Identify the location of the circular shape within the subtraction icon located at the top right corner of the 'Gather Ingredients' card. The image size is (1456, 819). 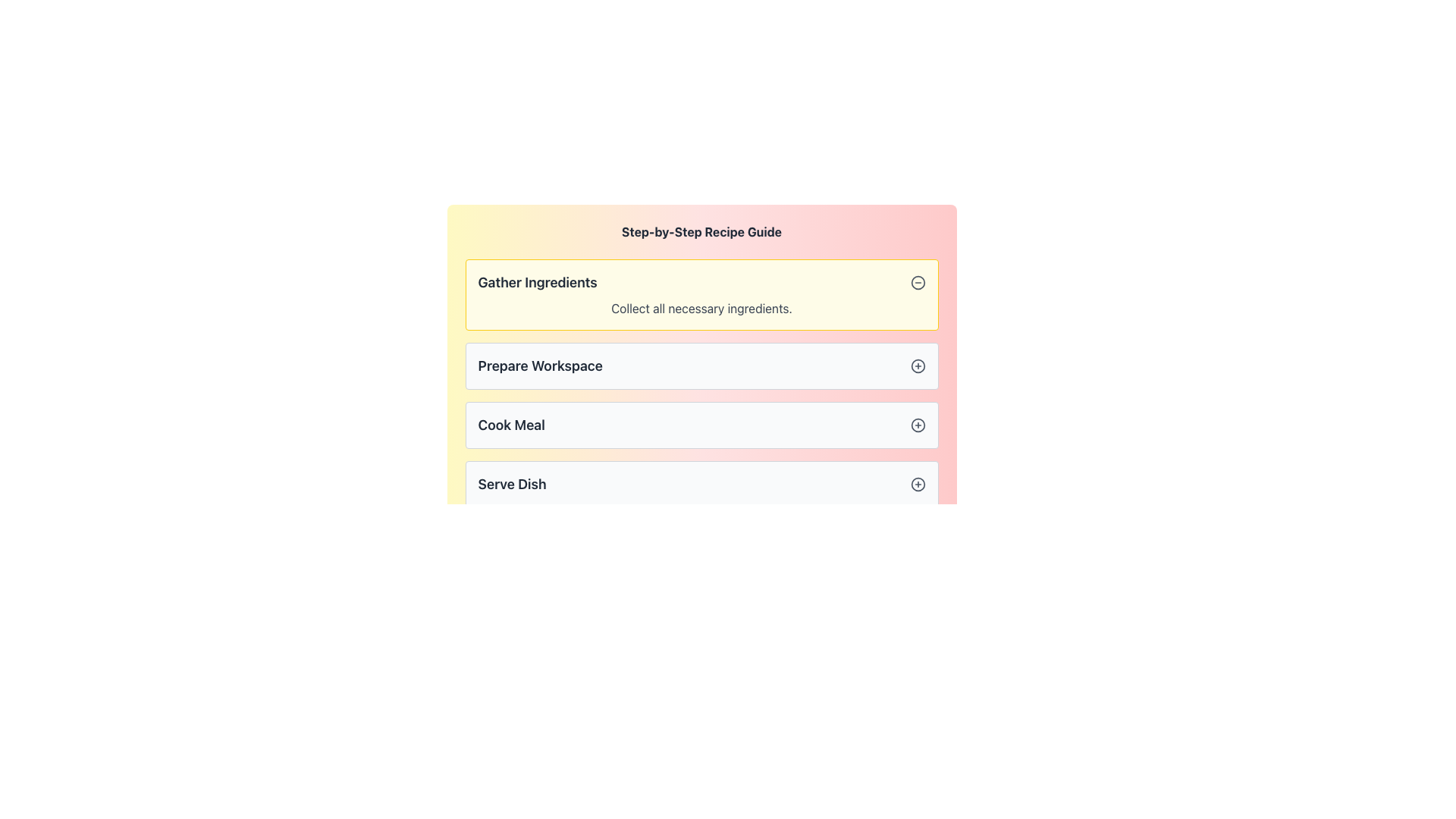
(917, 283).